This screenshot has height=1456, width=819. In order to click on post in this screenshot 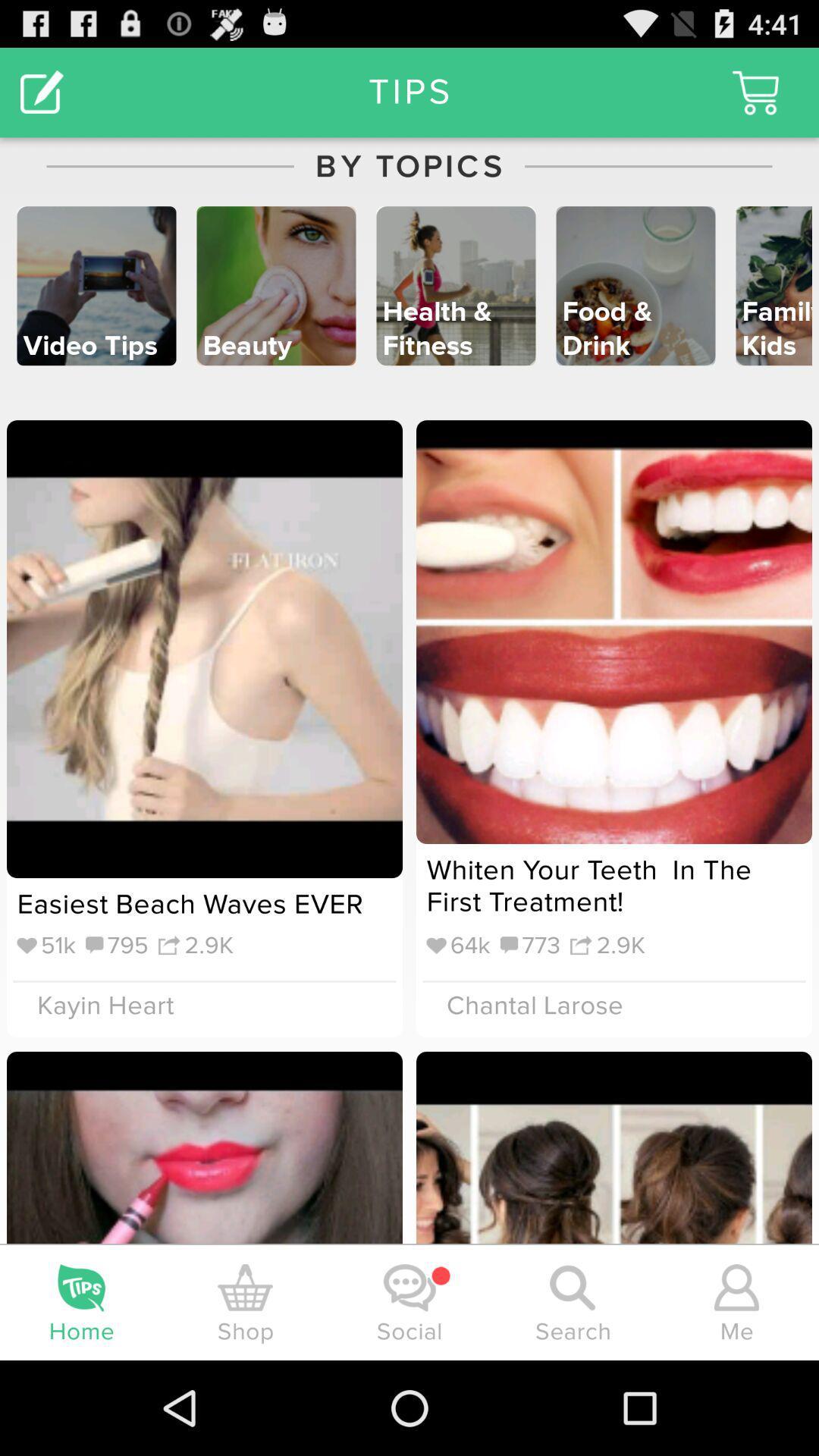, I will do `click(41, 91)`.